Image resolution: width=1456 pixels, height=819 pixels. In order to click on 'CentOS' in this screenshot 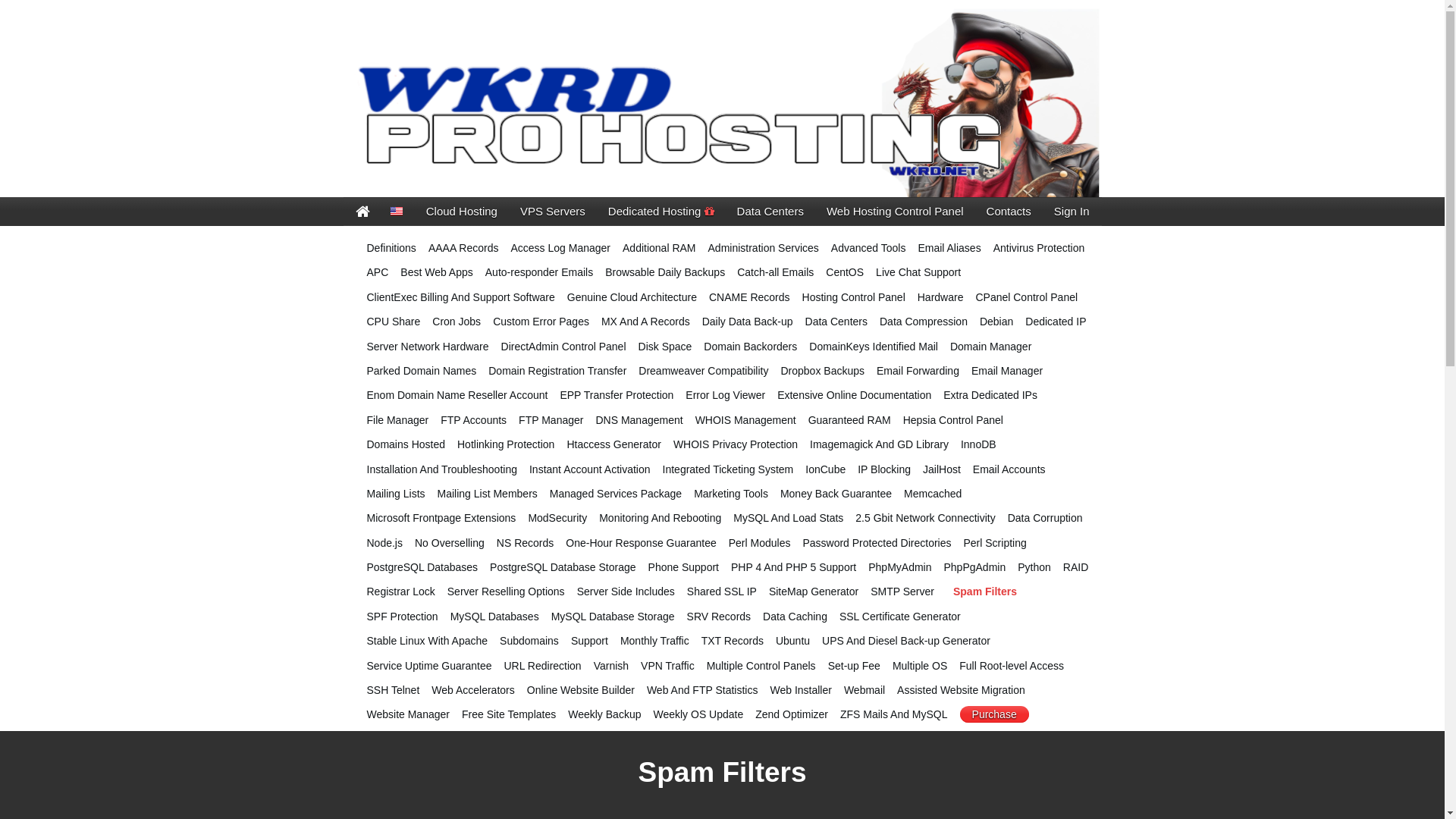, I will do `click(843, 271)`.